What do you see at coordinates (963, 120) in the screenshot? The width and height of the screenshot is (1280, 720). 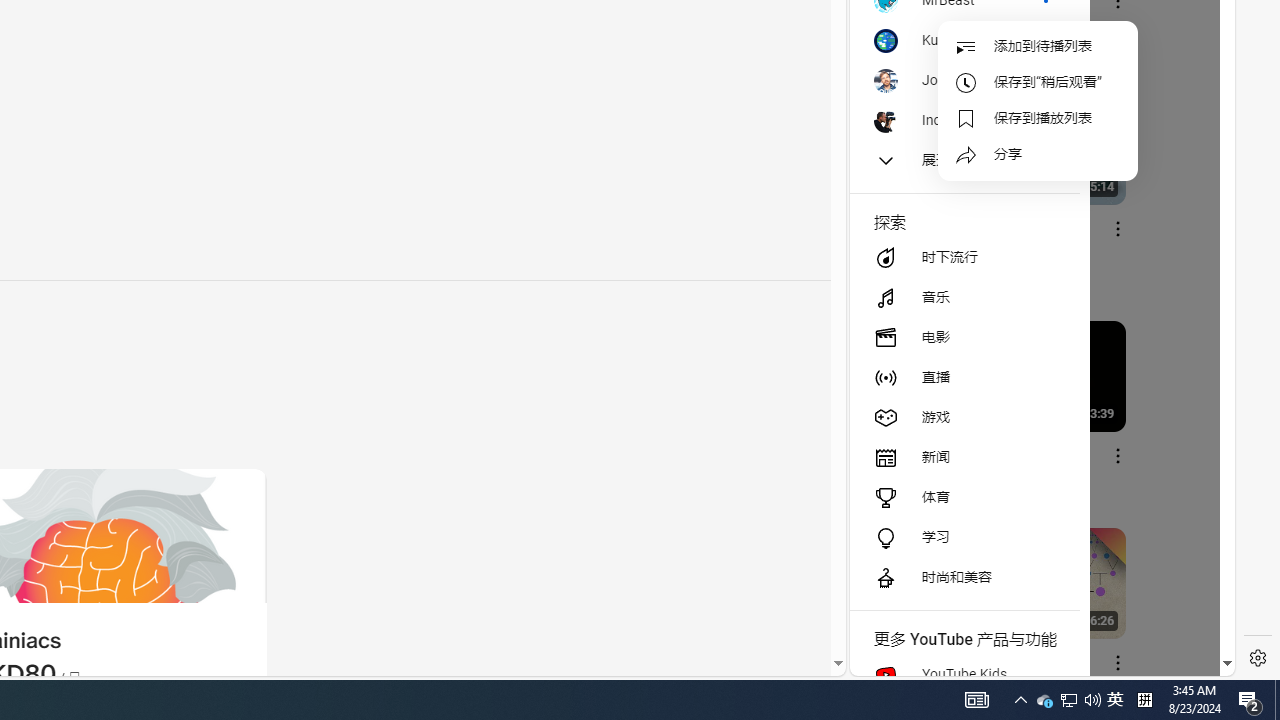 I see `'Indigo Traveller'` at bounding box center [963, 120].